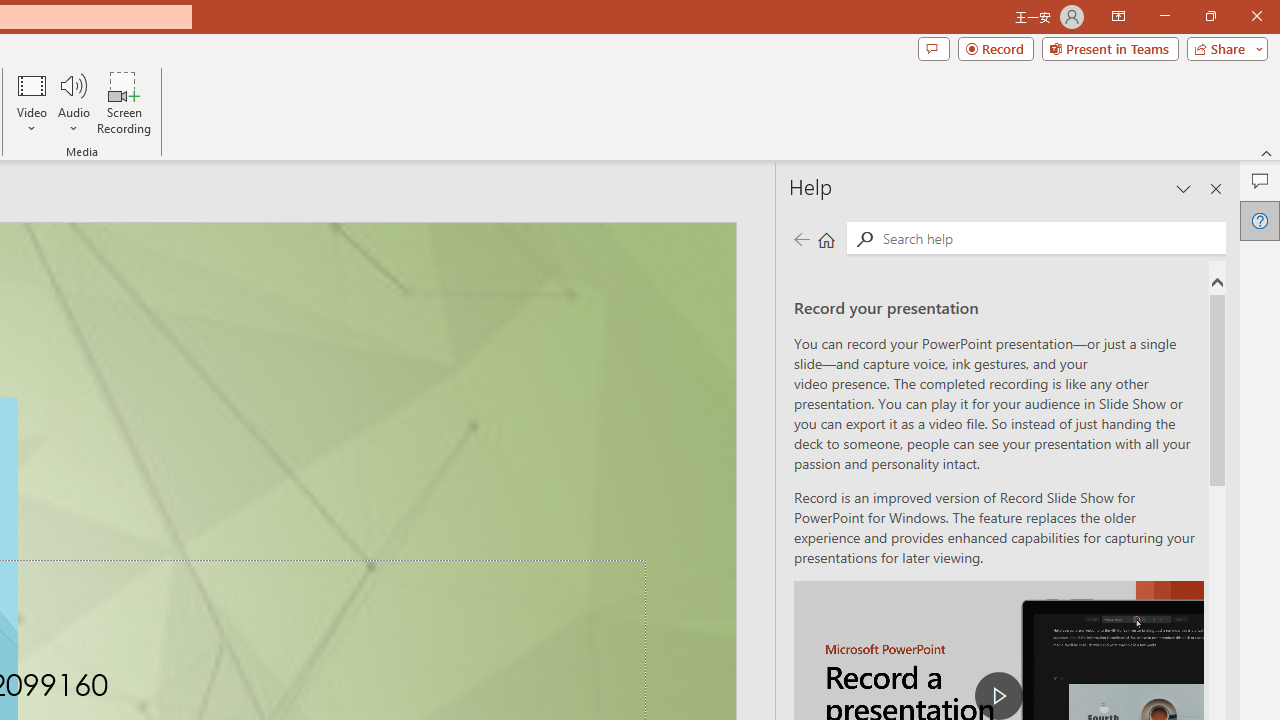  I want to click on 'Previous page', so click(801, 238).